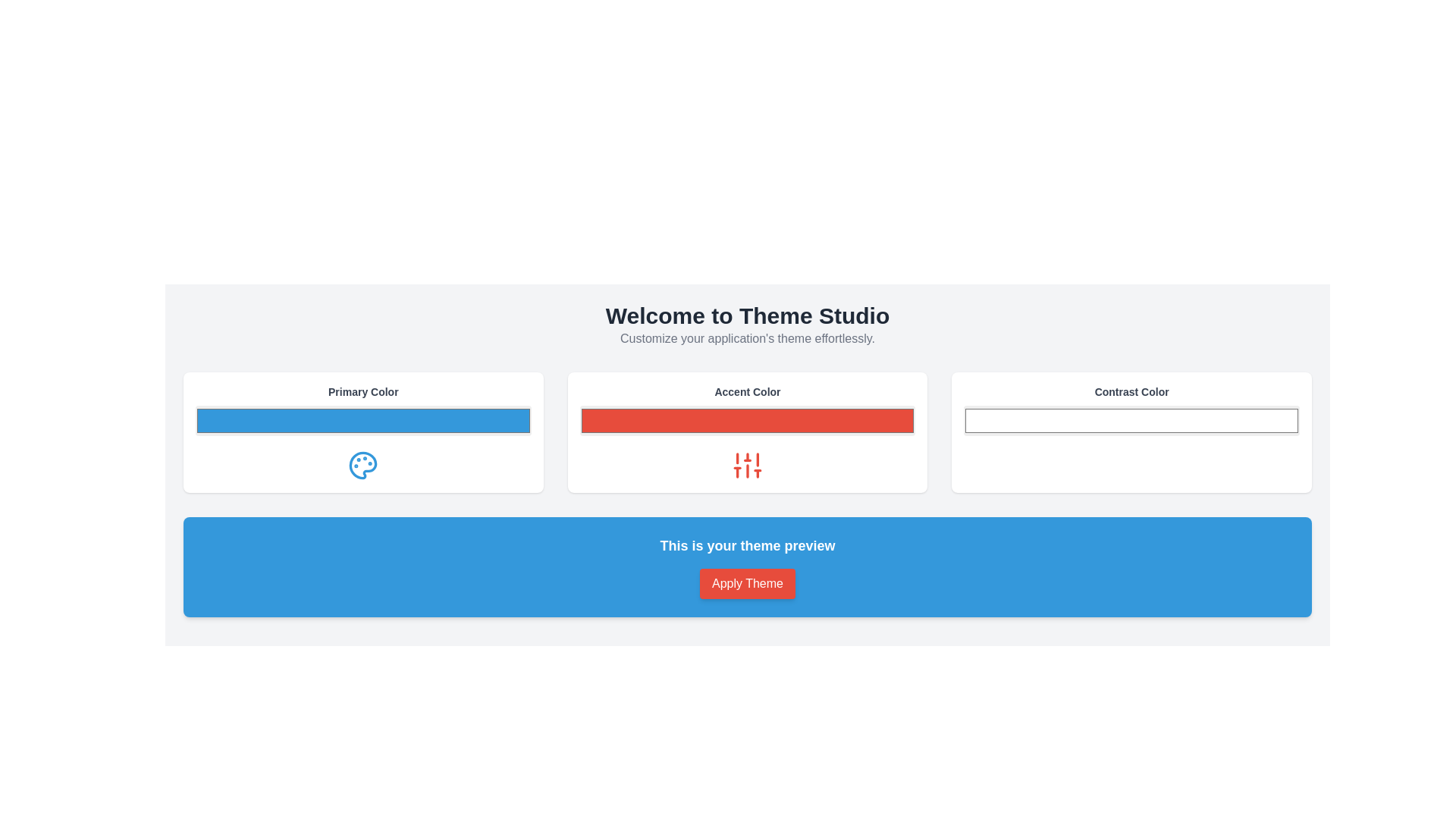 The height and width of the screenshot is (819, 1456). What do you see at coordinates (747, 324) in the screenshot?
I see `the welcoming heading and subtitle text block that introduces the Theme Studio, located near the top of the interface` at bounding box center [747, 324].